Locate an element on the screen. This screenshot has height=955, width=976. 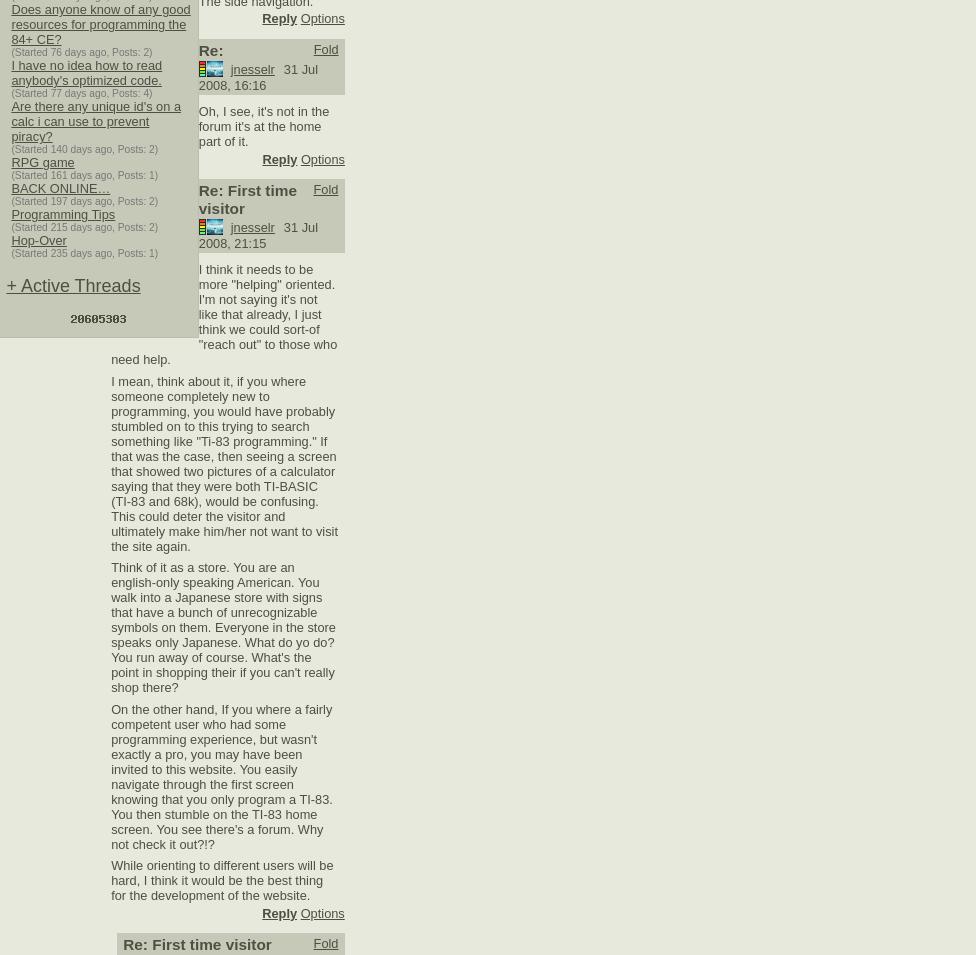
'On the other hand, If you where a fairly competent user who had some programming experience, but wasn't exactly a pro, you may have been invited to this website. You easily navigate through the first screen knowing that you only program a TI-83. You then stumble on the TI-83 home screen. You see there's a forum. Why not check it out?!?' is located at coordinates (220, 775).